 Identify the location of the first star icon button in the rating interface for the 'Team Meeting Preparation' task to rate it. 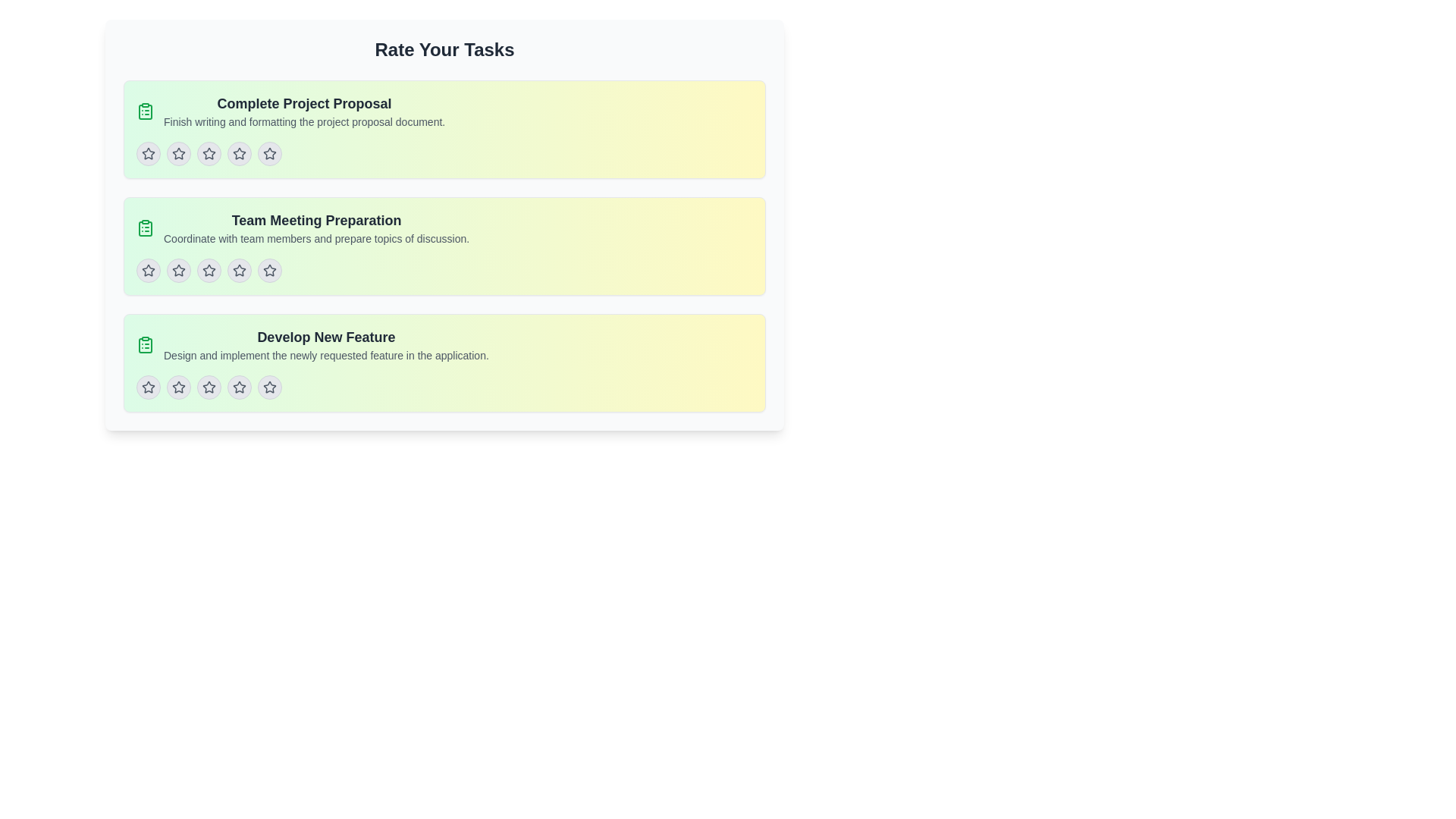
(178, 269).